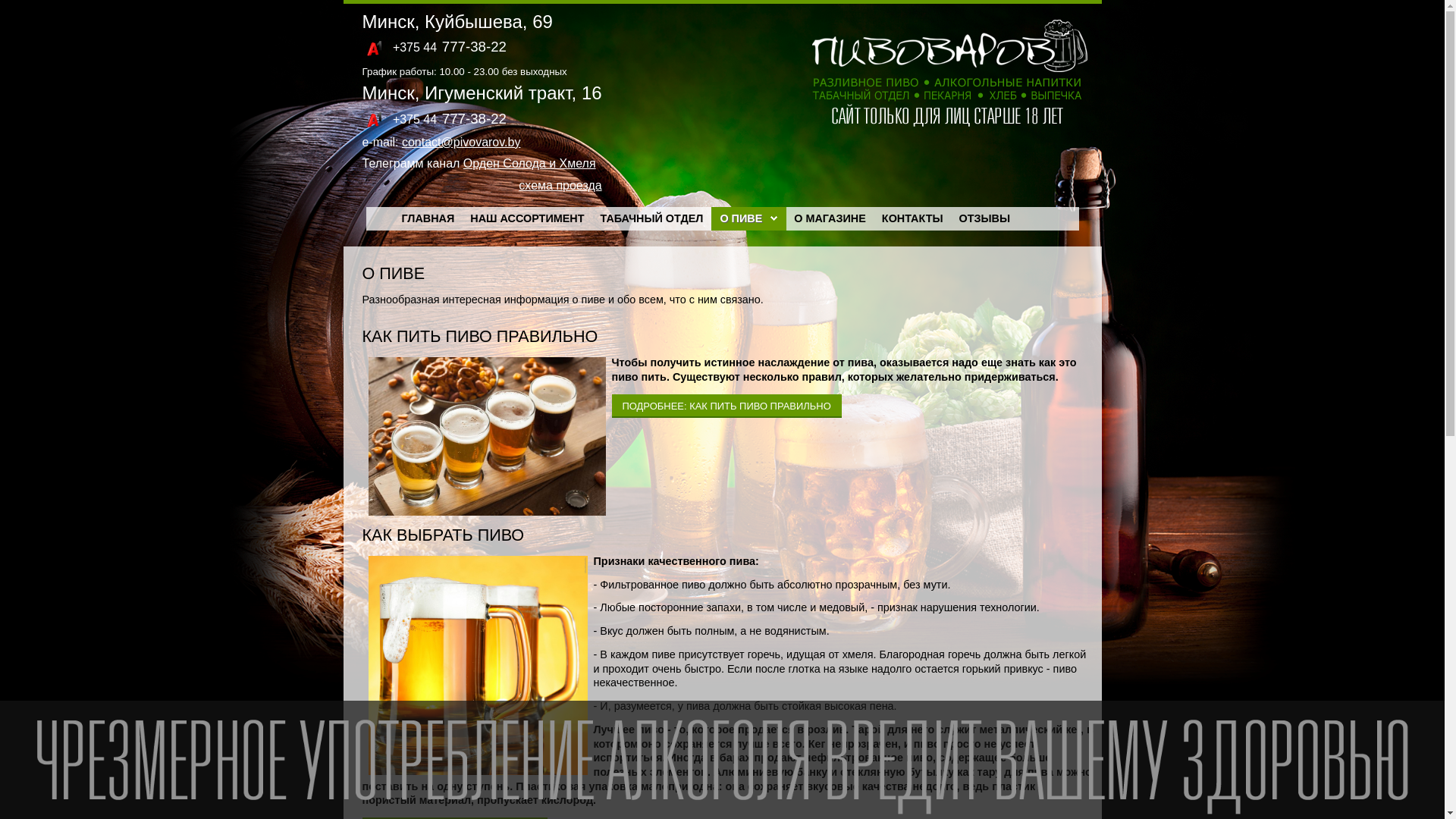 The height and width of the screenshot is (819, 1456). Describe the element at coordinates (401, 142) in the screenshot. I see `'contact@pivovarov.by'` at that location.